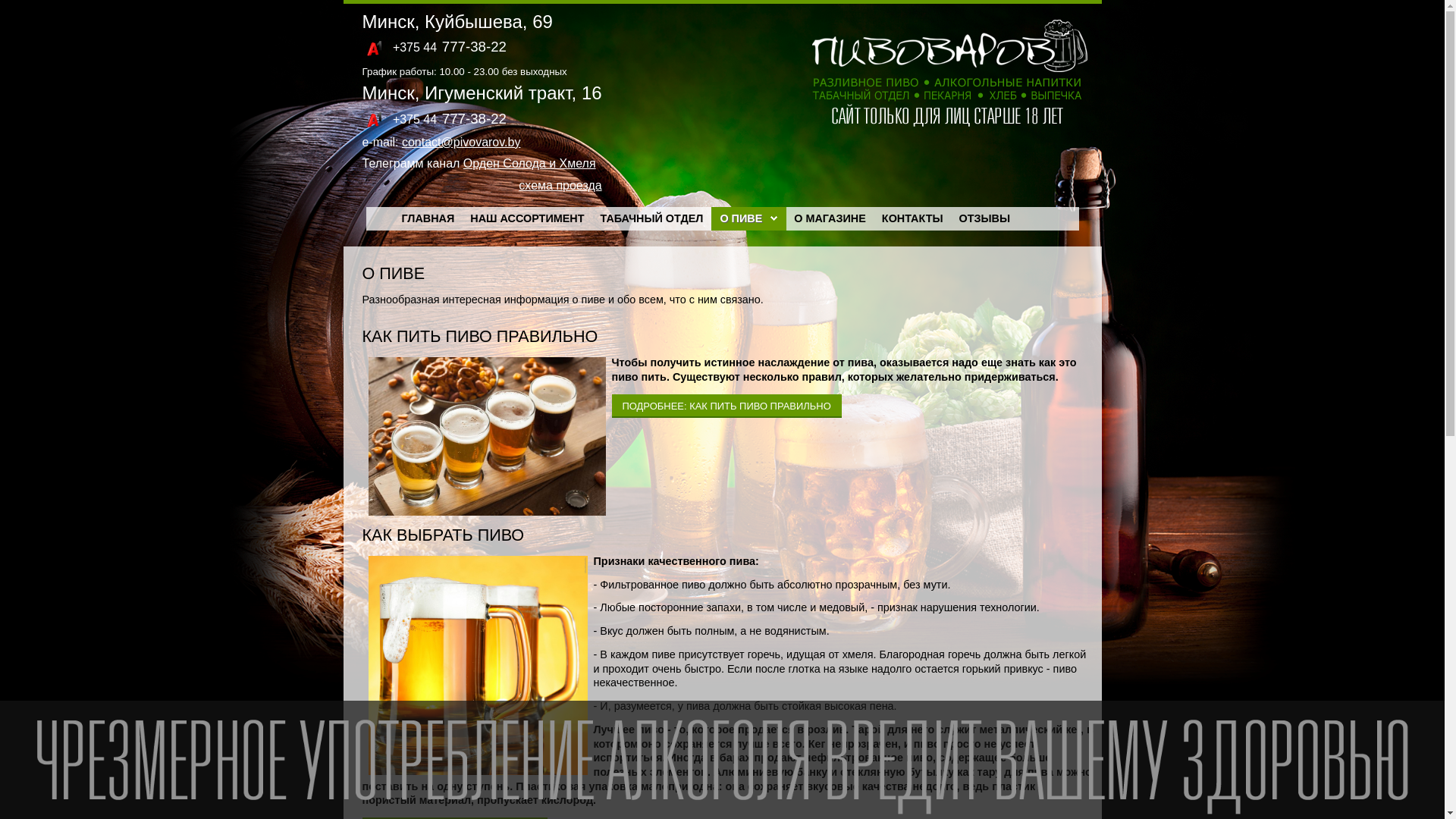 The height and width of the screenshot is (819, 1456). Describe the element at coordinates (401, 142) in the screenshot. I see `'contact@pivovarov.by'` at that location.